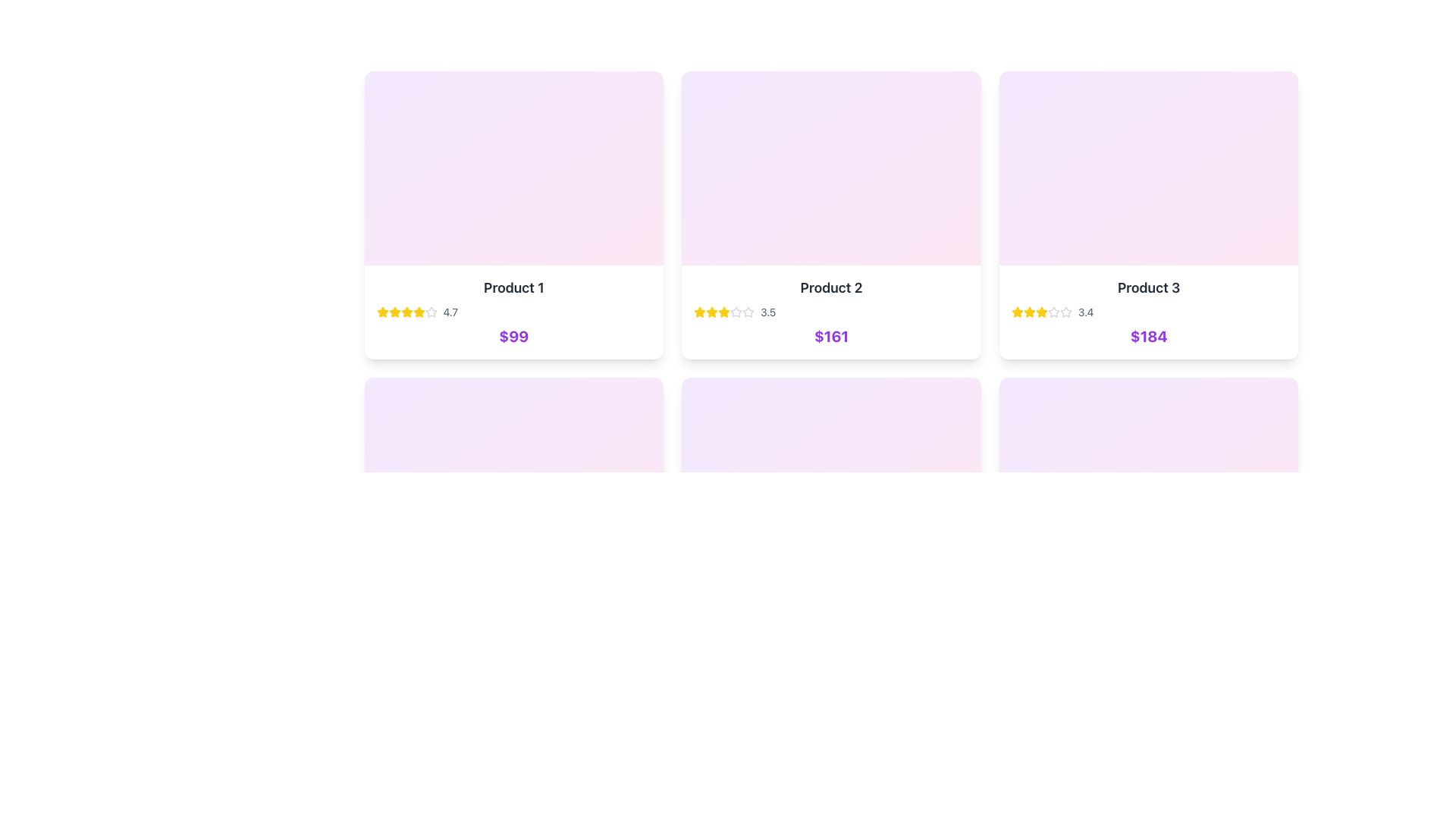 The image size is (1456, 819). Describe the element at coordinates (924, 93) in the screenshot. I see `the leftmost button in the top-right corner of the card representing Product 2 to mark the product as favorite` at that location.